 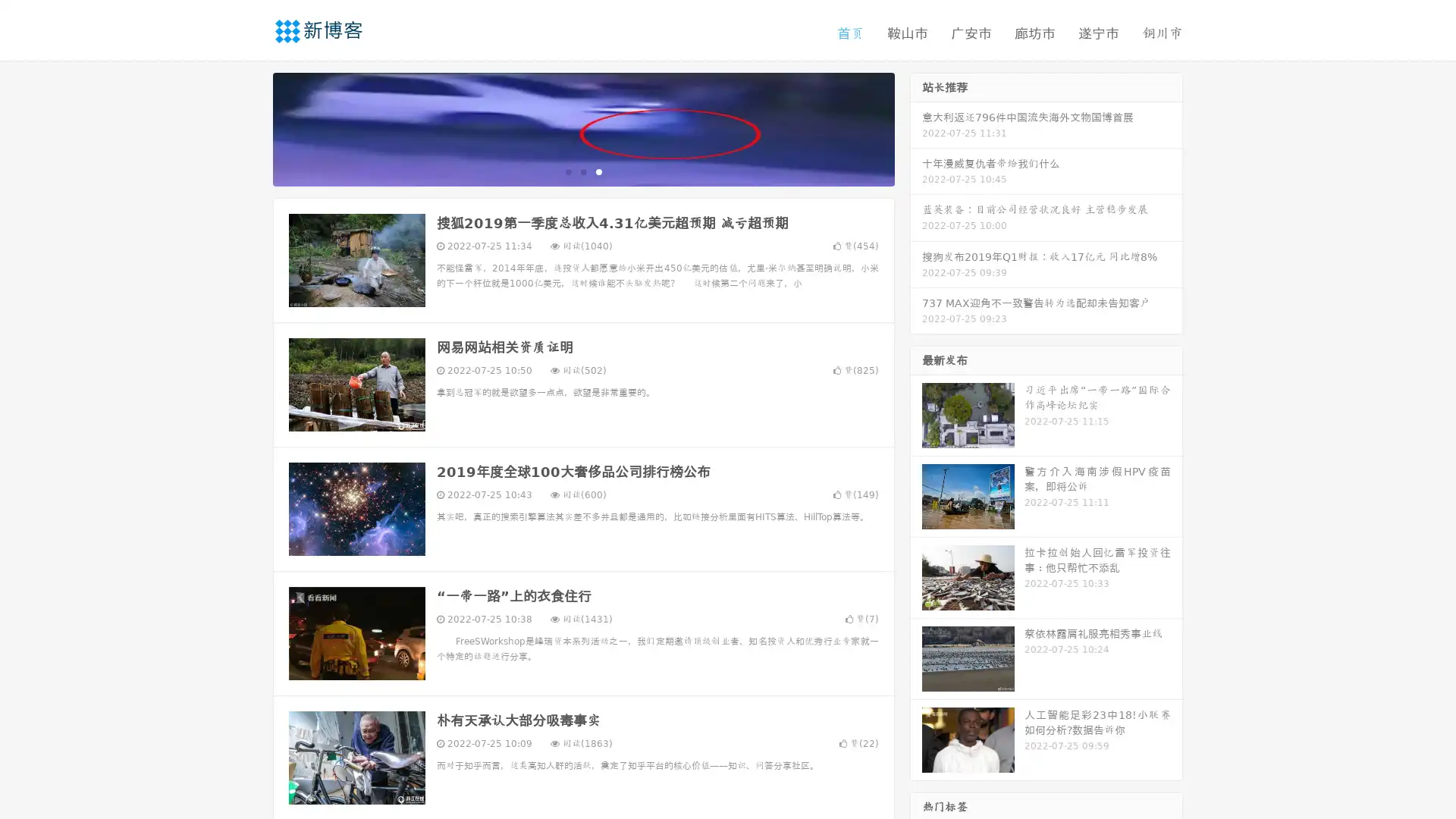 What do you see at coordinates (250, 127) in the screenshot?
I see `Previous slide` at bounding box center [250, 127].